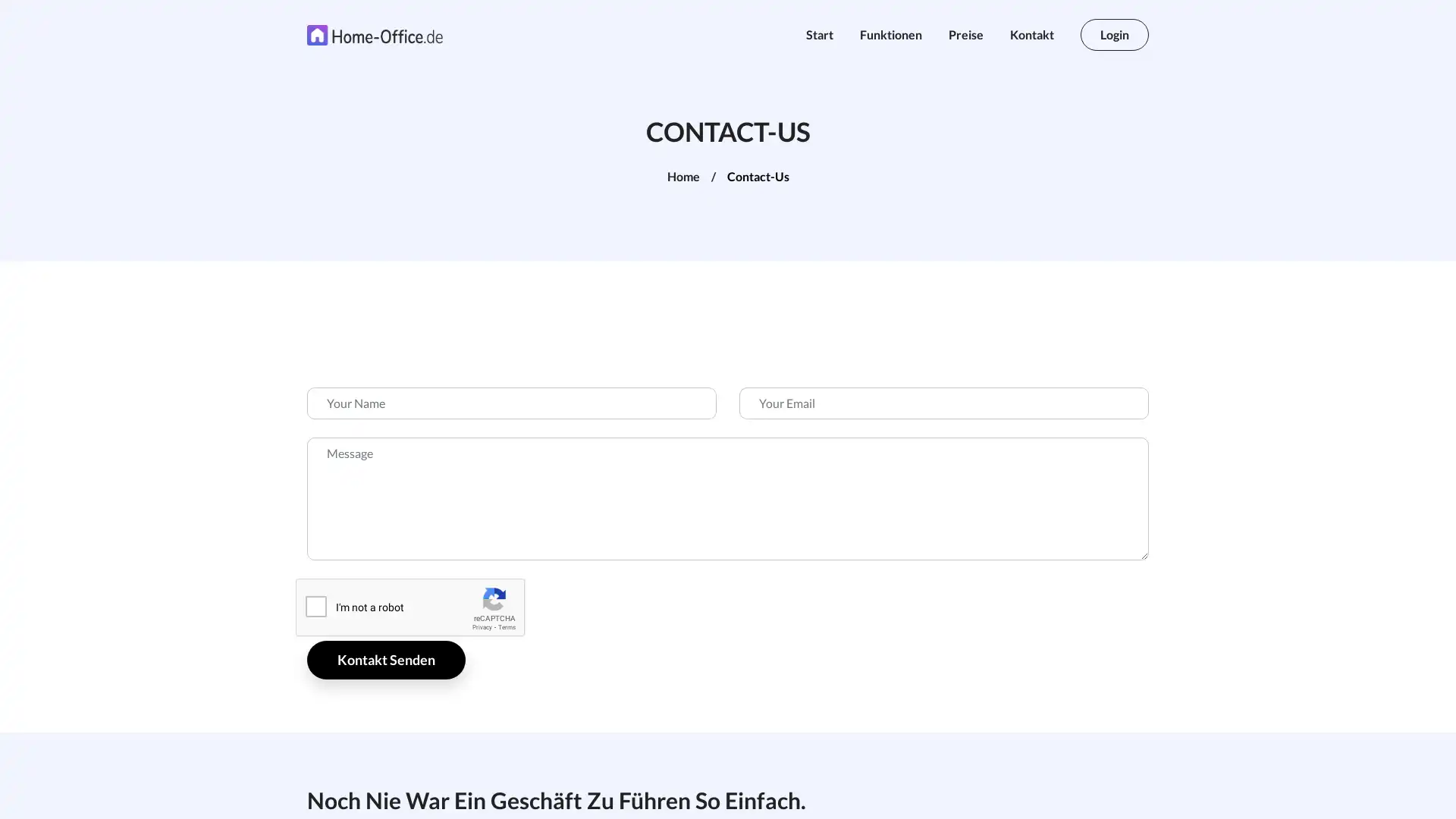 Image resolution: width=1456 pixels, height=819 pixels. I want to click on Kontakt Senden, so click(386, 658).